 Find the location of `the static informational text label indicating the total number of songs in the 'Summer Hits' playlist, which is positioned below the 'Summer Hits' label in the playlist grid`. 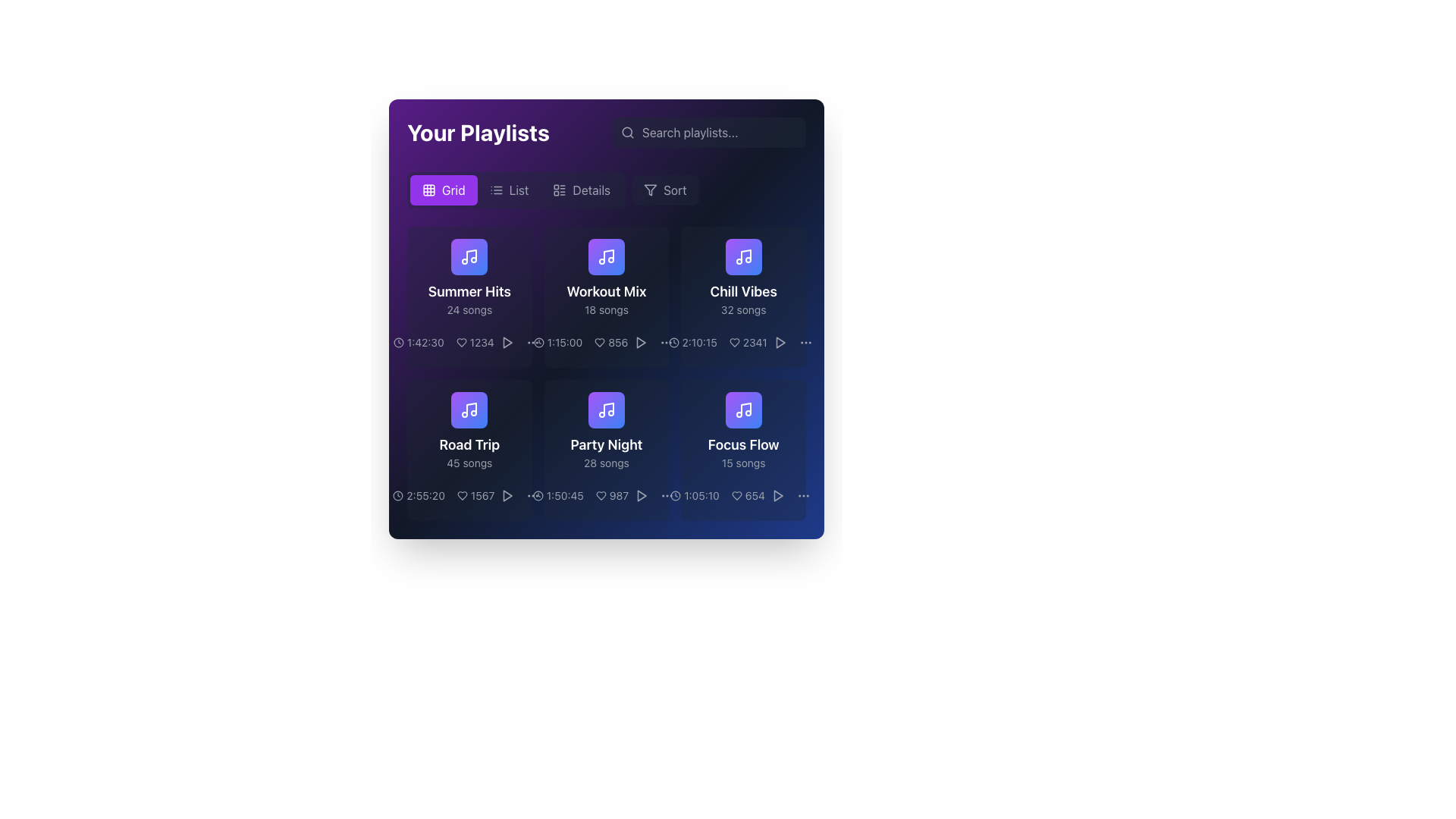

the static informational text label indicating the total number of songs in the 'Summer Hits' playlist, which is positioned below the 'Summer Hits' label in the playlist grid is located at coordinates (469, 309).